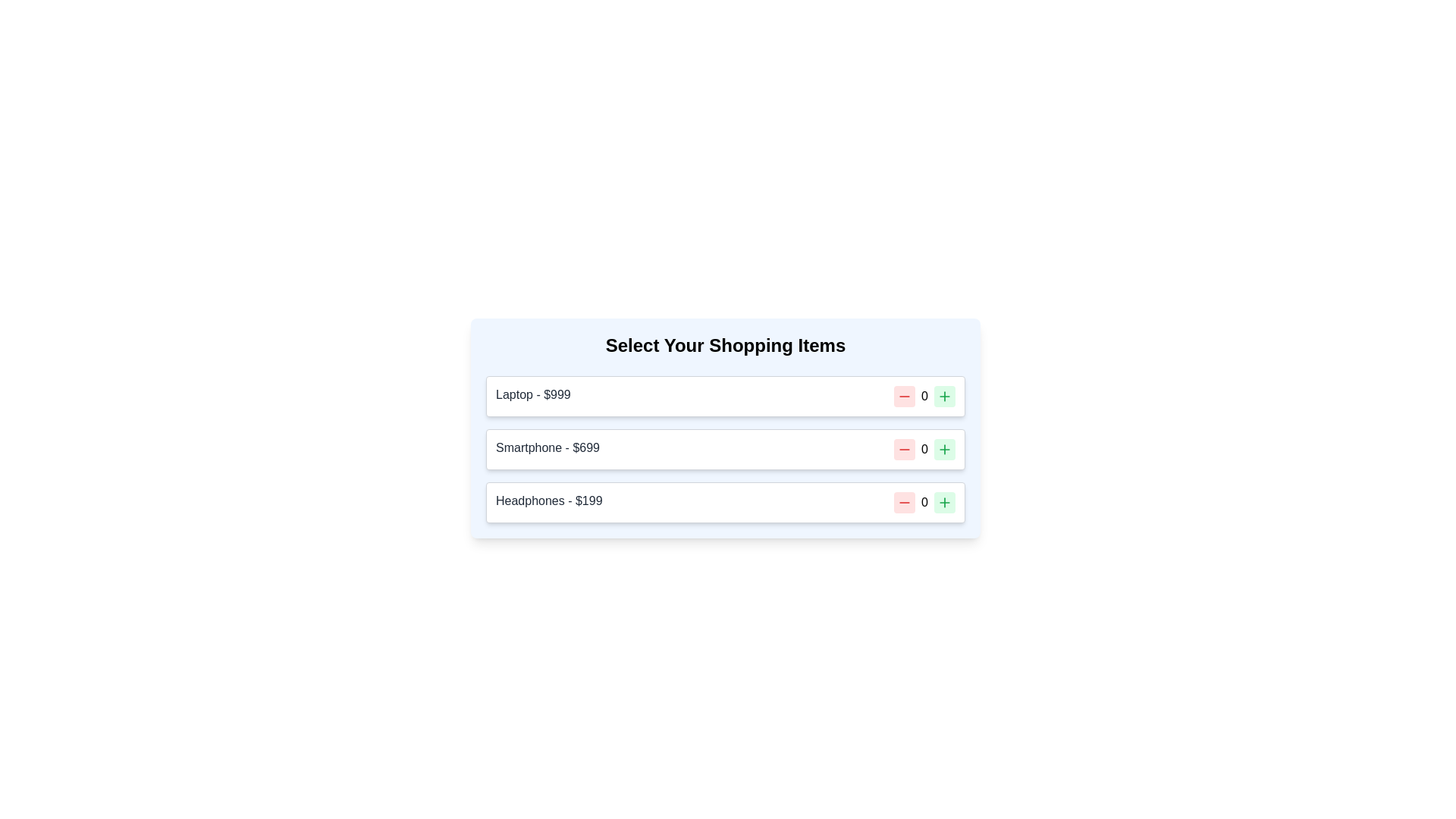 The width and height of the screenshot is (1456, 819). Describe the element at coordinates (924, 396) in the screenshot. I see `the numeric display showing the value '0' for the product 'Laptop - $999', which is centrally positioned between the increment and decrement buttons` at that location.